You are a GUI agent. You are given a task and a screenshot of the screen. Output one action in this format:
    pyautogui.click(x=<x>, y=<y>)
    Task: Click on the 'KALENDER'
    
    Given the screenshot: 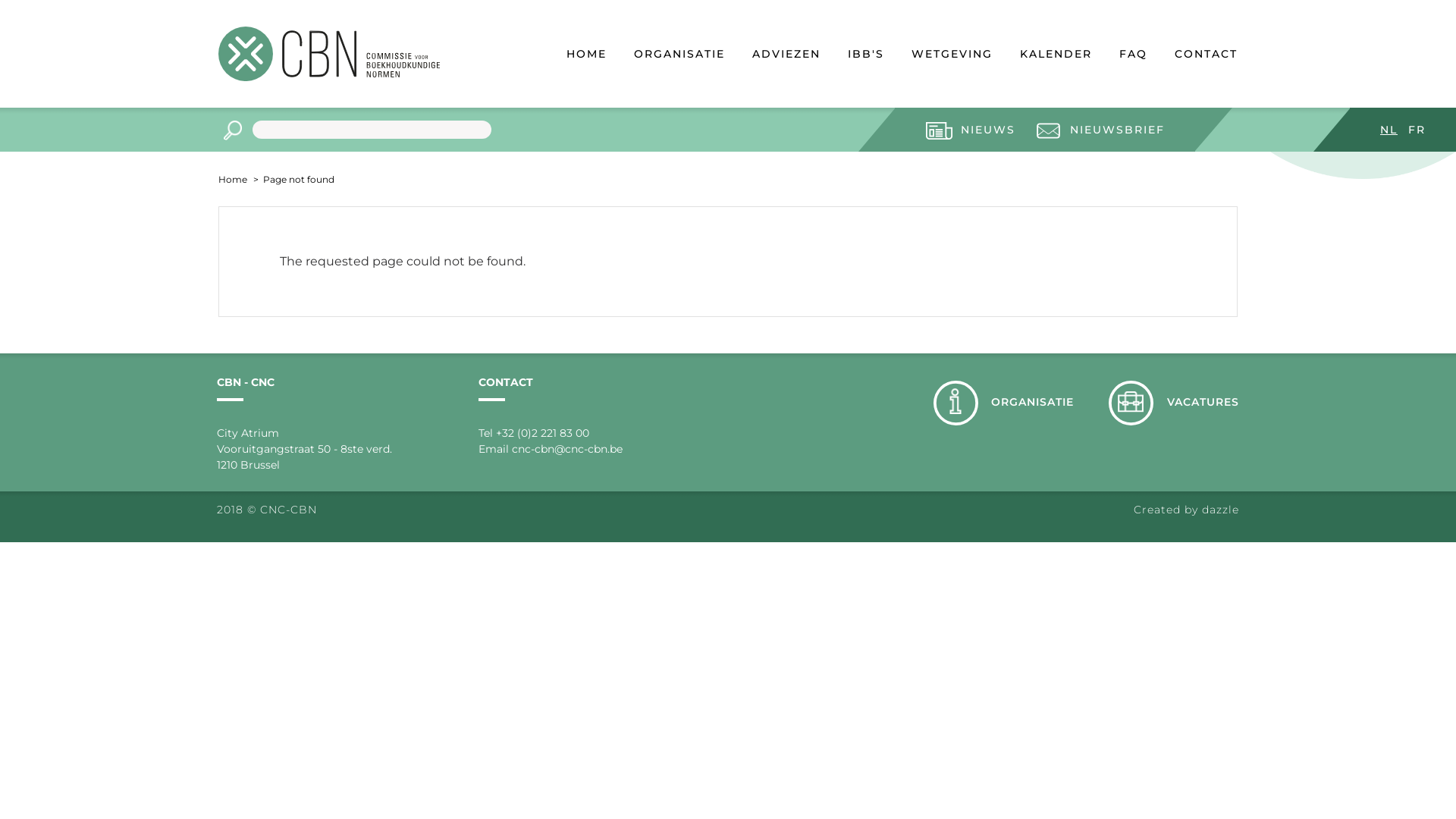 What is the action you would take?
    pyautogui.click(x=1055, y=55)
    